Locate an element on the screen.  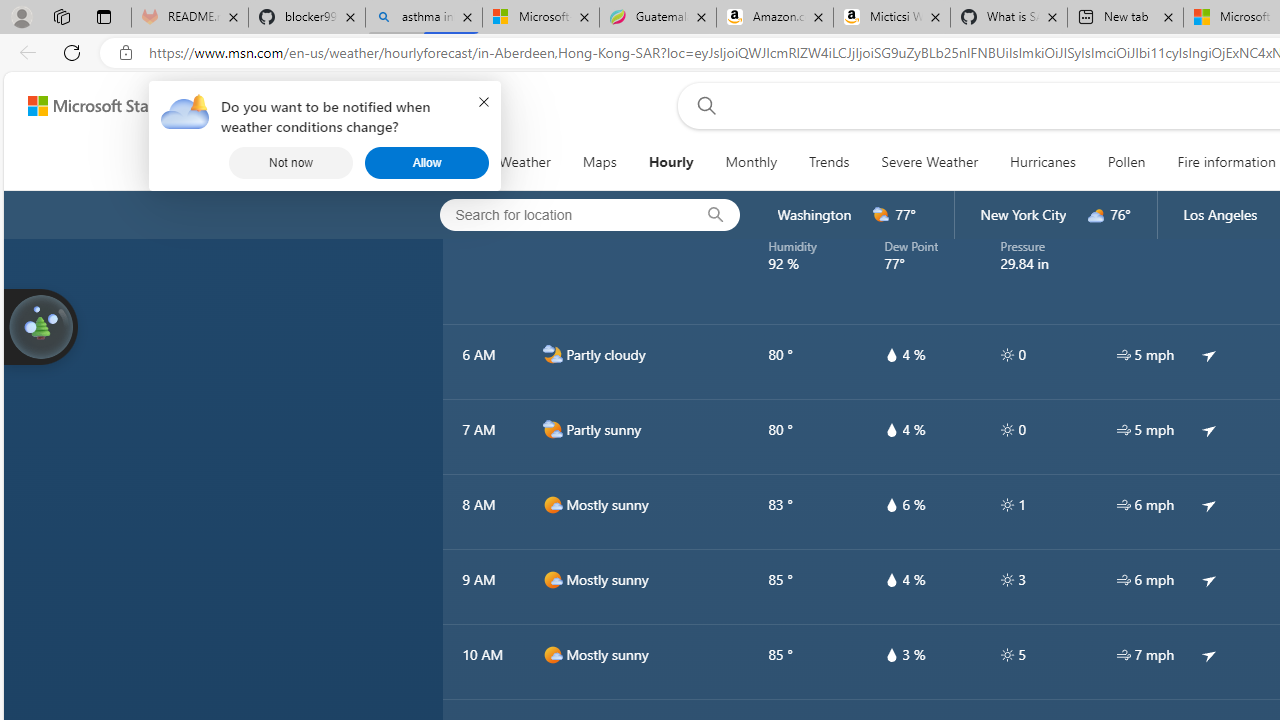
'Pollen' is located at coordinates (1126, 162).